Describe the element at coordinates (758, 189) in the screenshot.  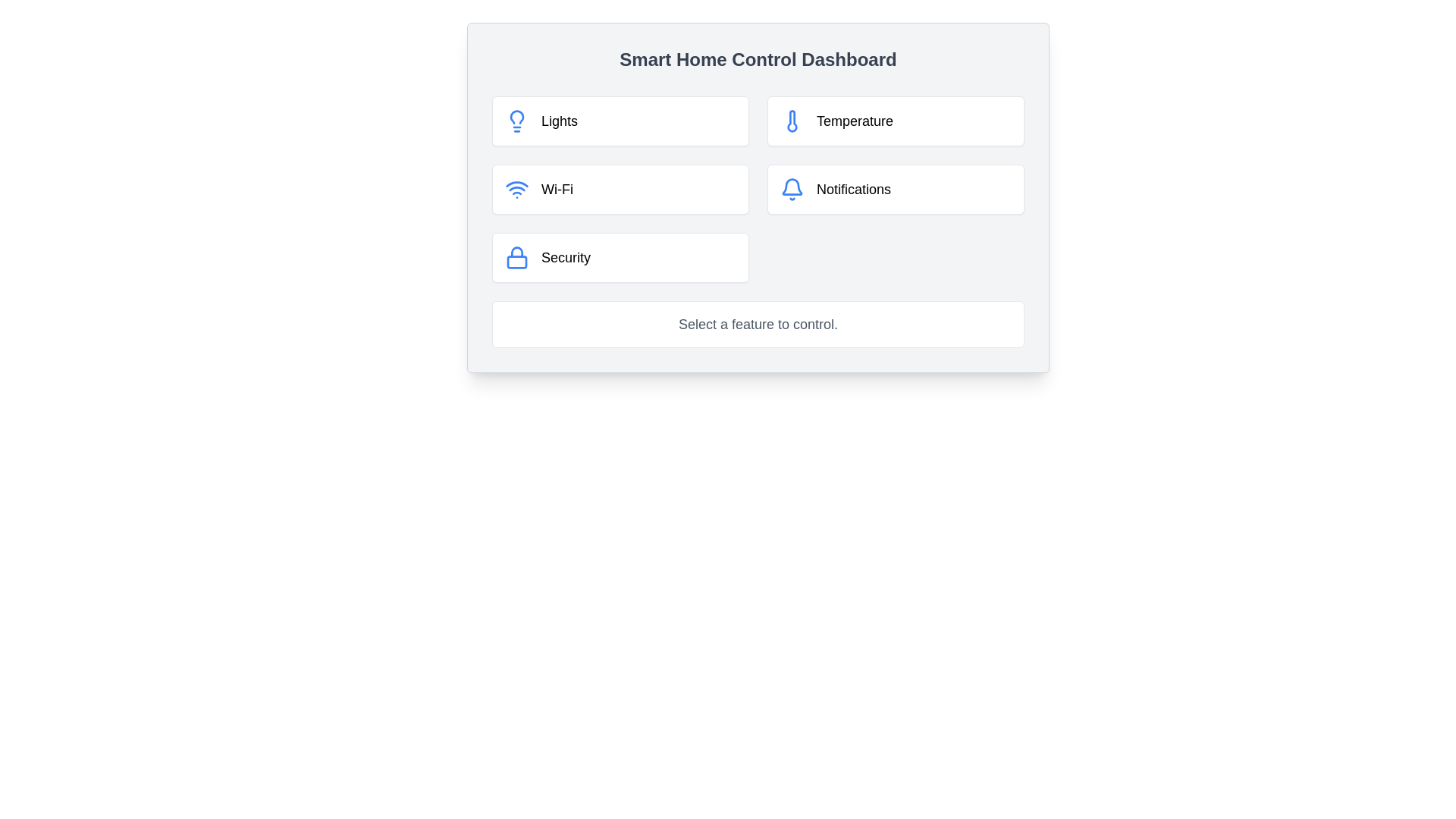
I see `one of the tiles in the Smart Home Control Dashboard grid` at that location.